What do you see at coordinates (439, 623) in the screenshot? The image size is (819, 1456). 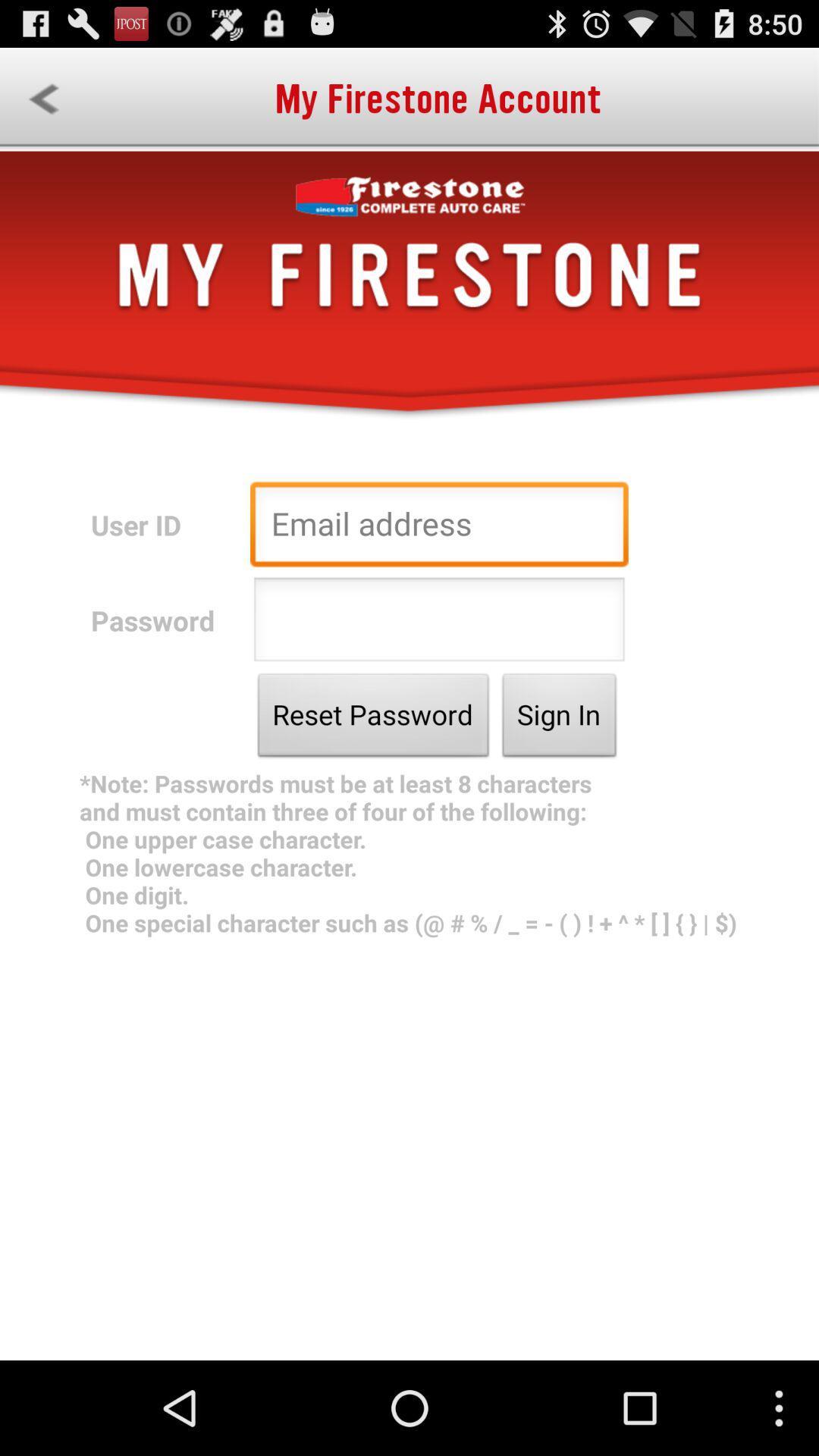 I see `the password box` at bounding box center [439, 623].